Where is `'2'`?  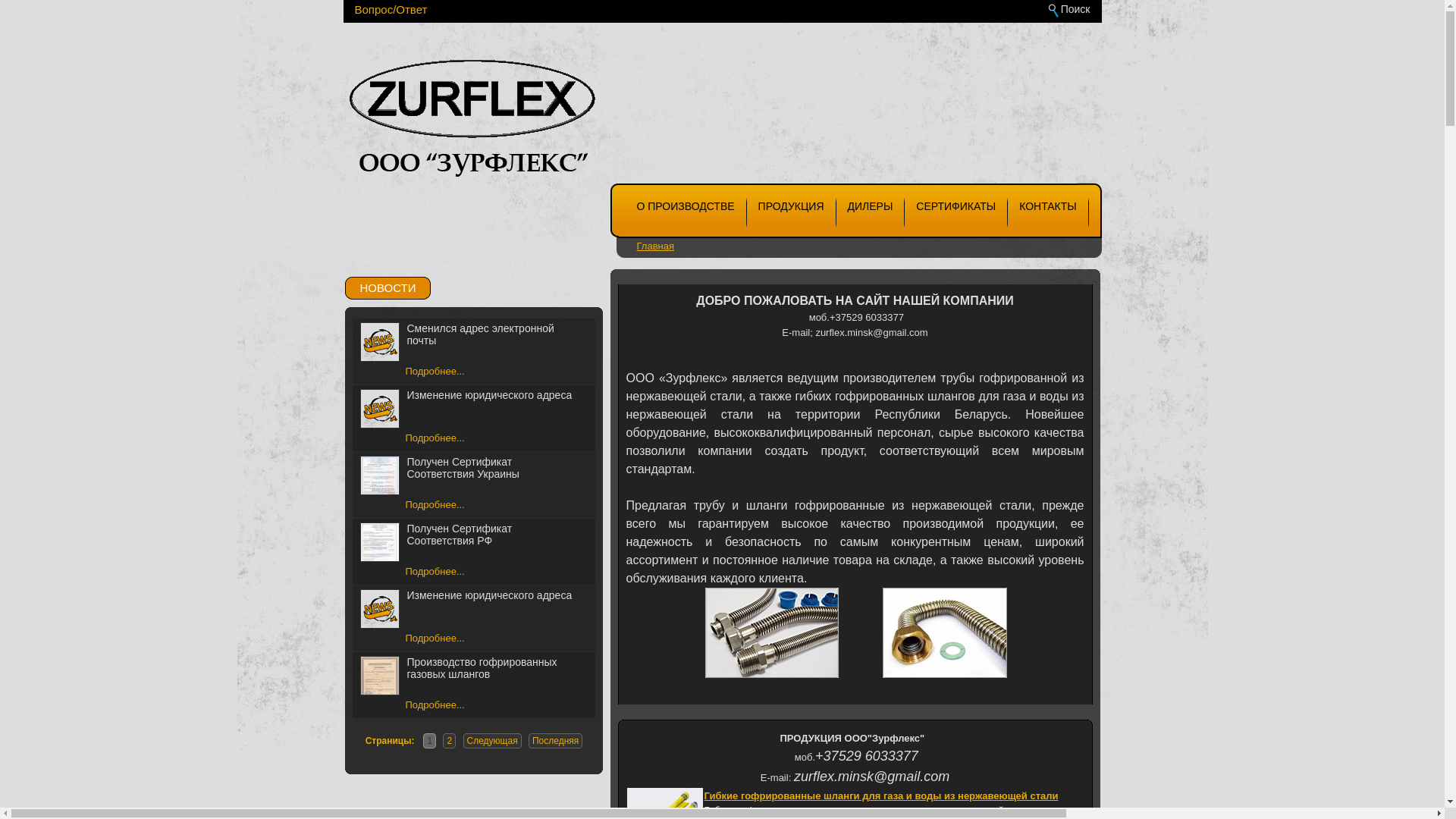 '2' is located at coordinates (448, 739).